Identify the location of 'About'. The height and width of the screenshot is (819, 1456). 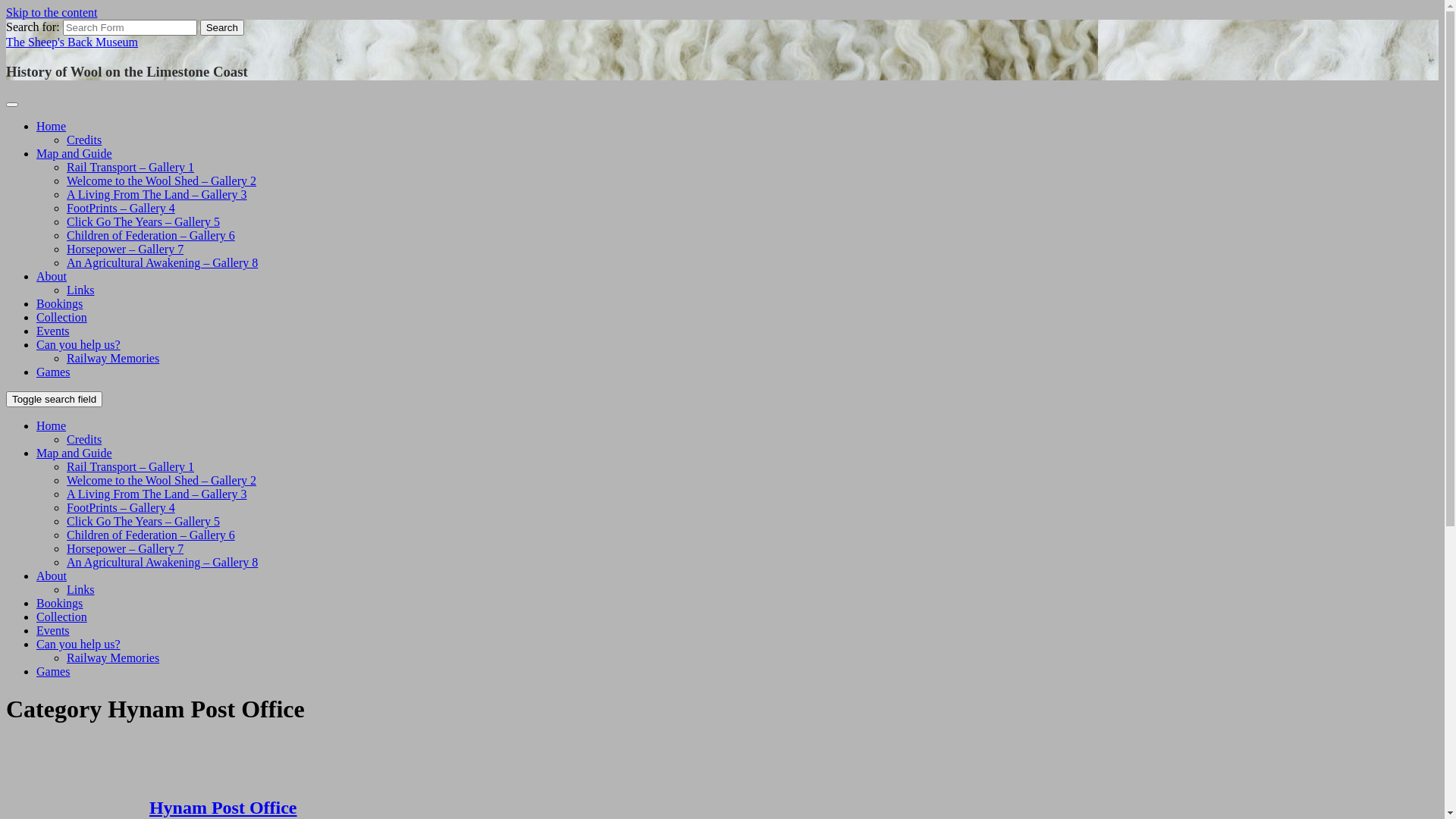
(51, 576).